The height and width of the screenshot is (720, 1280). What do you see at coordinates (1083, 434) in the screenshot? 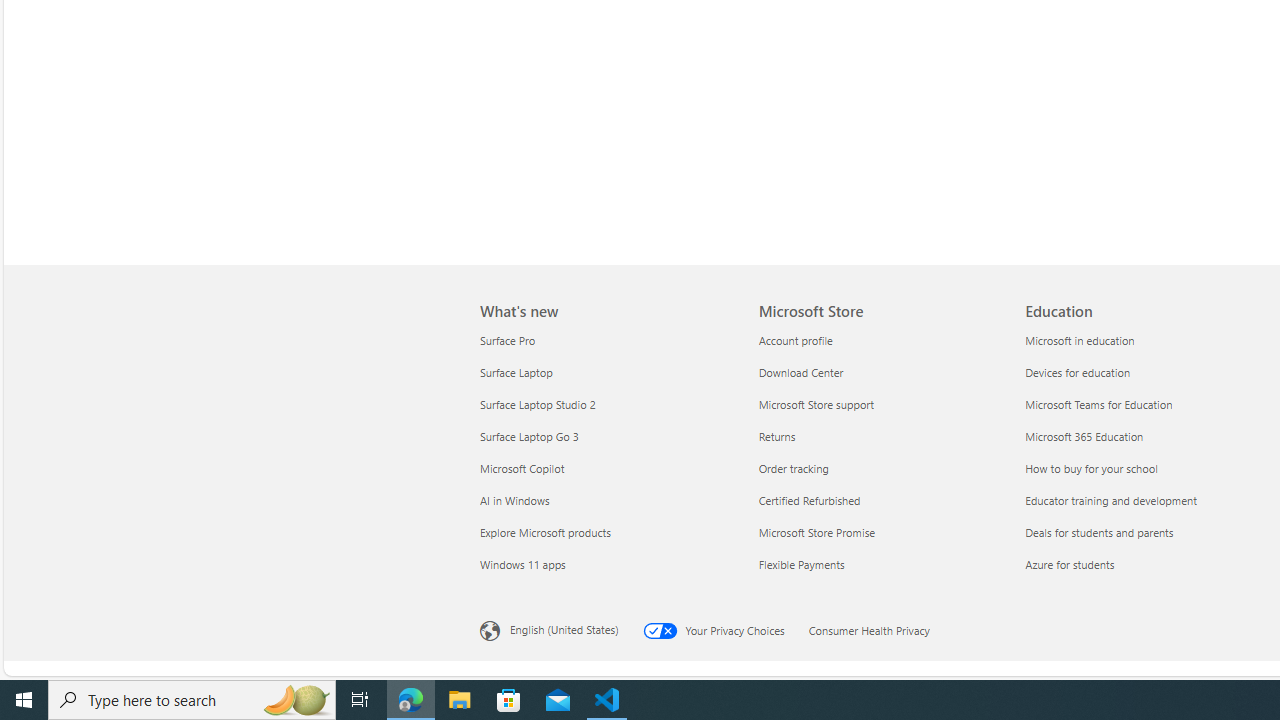
I see `'Microsoft 365 Education Education'` at bounding box center [1083, 434].